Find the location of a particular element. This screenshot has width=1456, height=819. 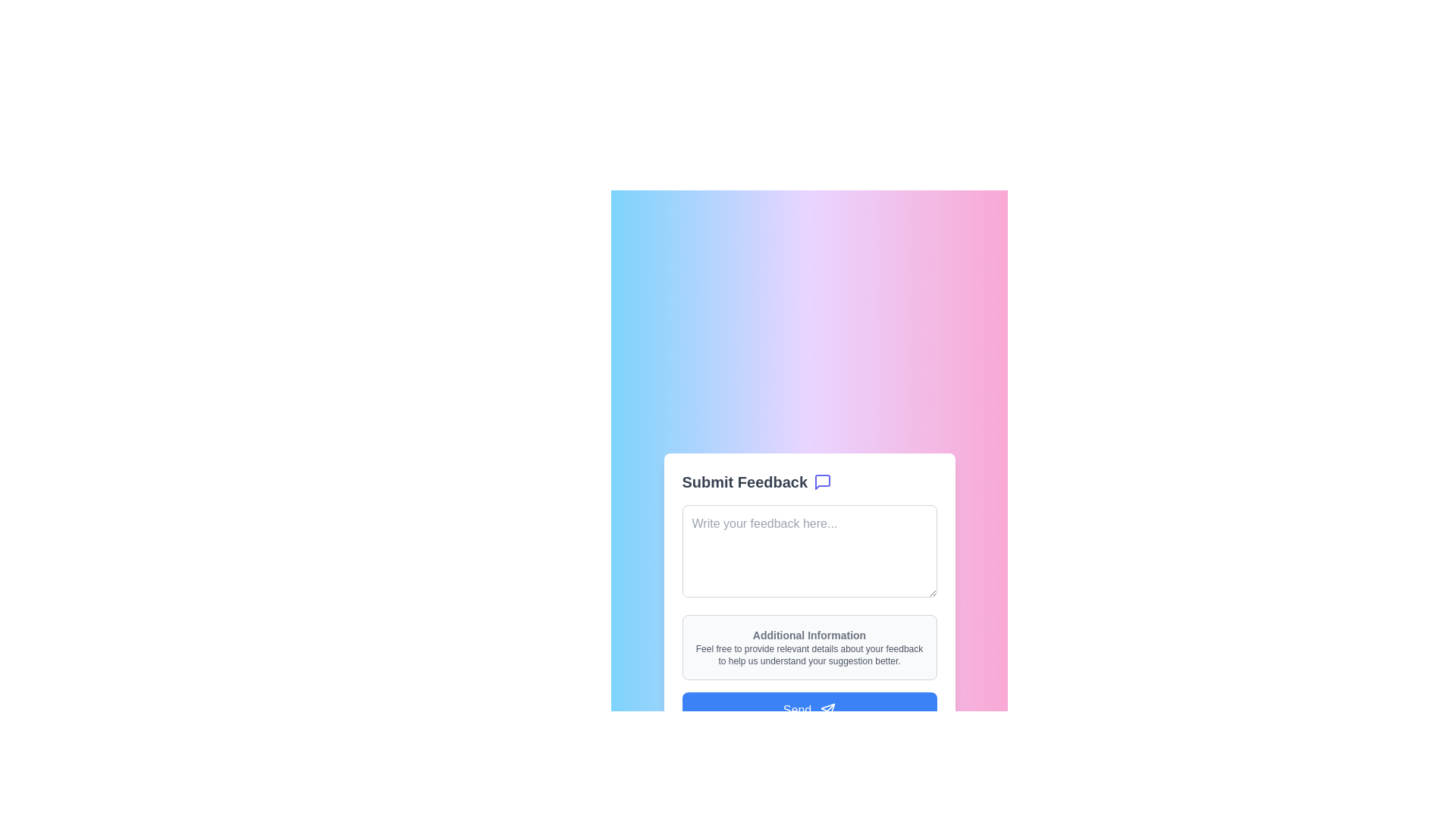

the submit button located at the bottom of the feedback form is located at coordinates (808, 710).